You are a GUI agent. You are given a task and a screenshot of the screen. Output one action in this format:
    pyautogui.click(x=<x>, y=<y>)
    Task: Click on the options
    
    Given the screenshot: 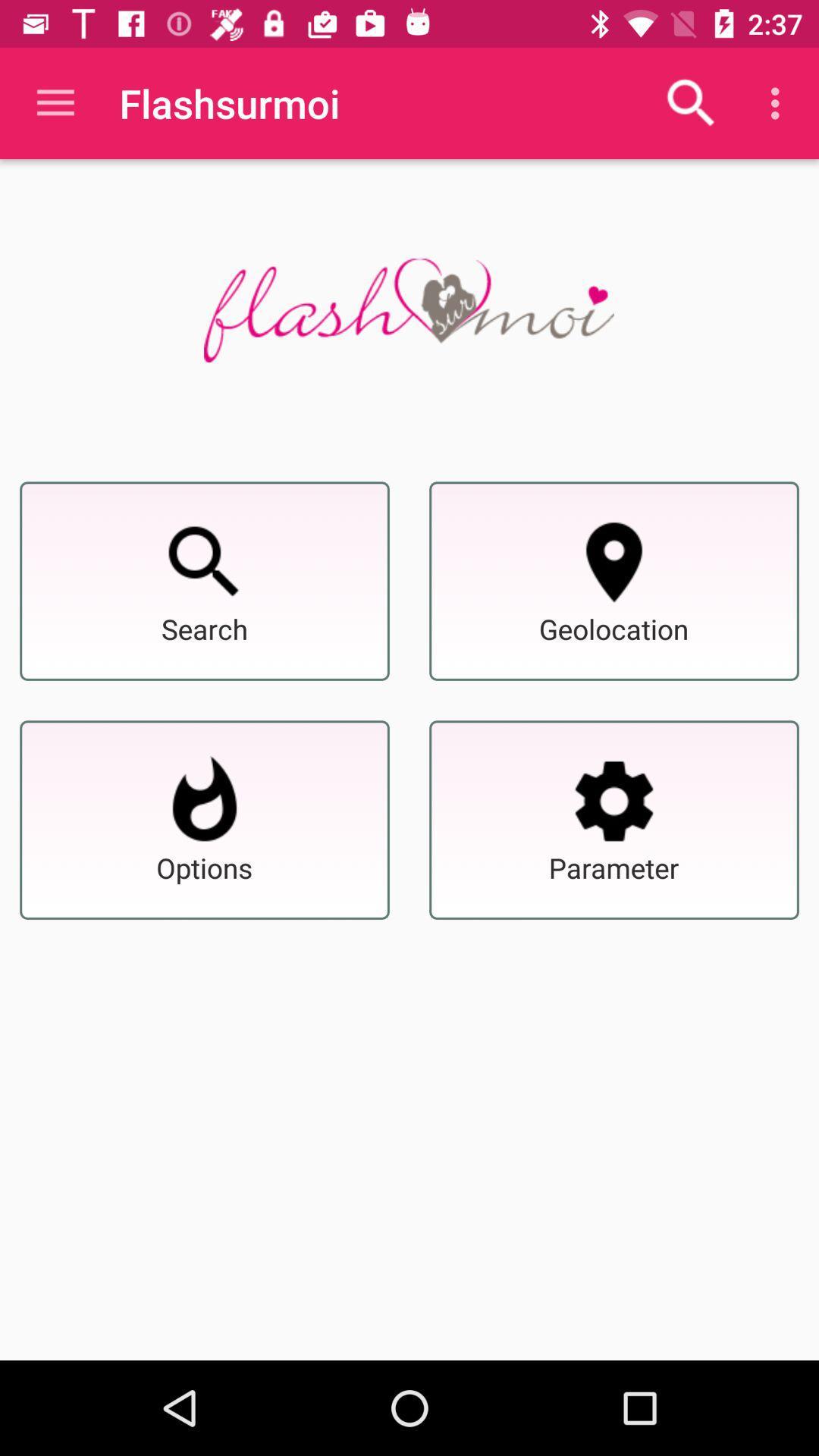 What is the action you would take?
    pyautogui.click(x=205, y=800)
    